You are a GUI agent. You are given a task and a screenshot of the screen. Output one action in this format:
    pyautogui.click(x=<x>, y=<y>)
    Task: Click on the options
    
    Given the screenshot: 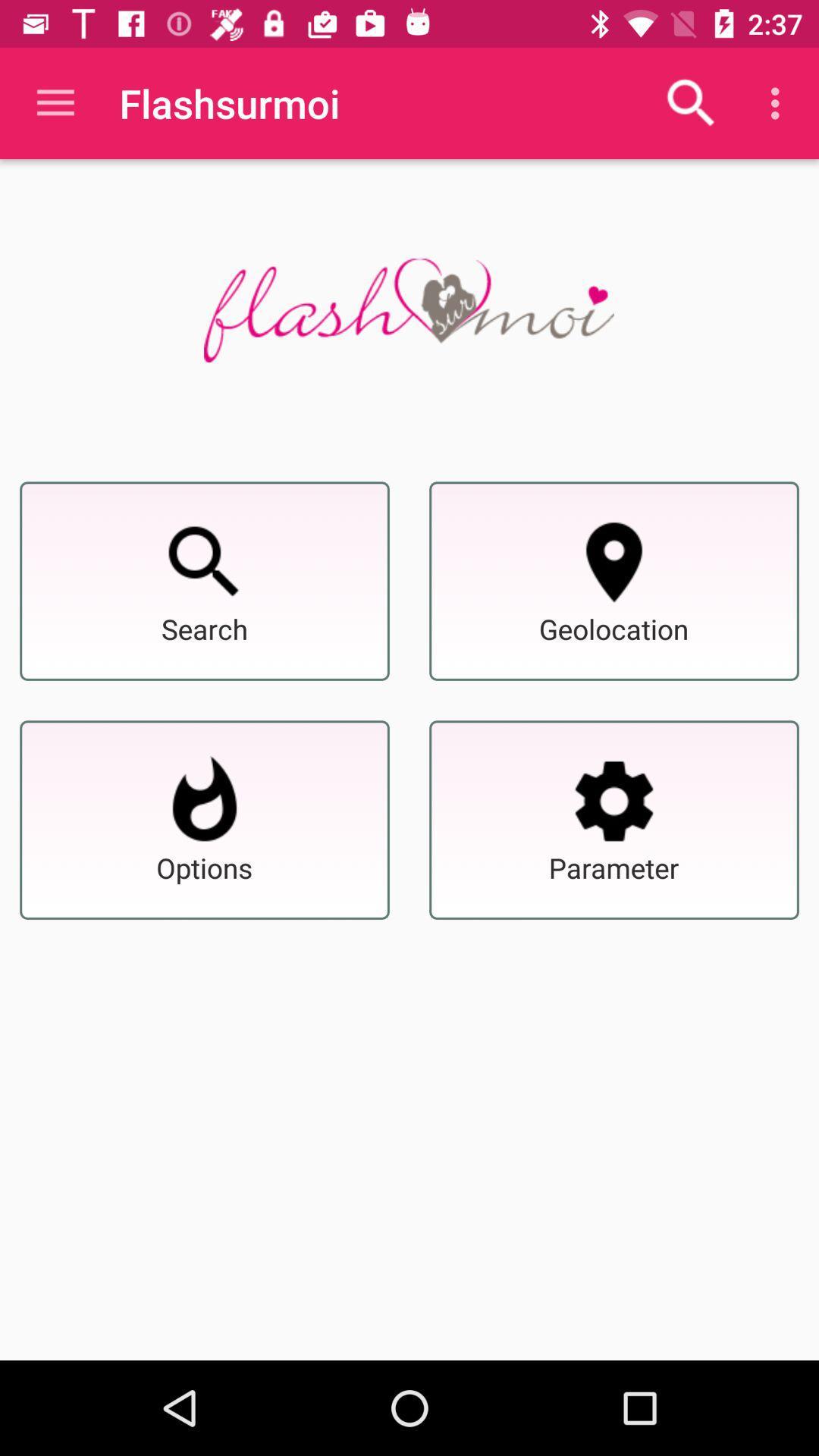 What is the action you would take?
    pyautogui.click(x=205, y=800)
    